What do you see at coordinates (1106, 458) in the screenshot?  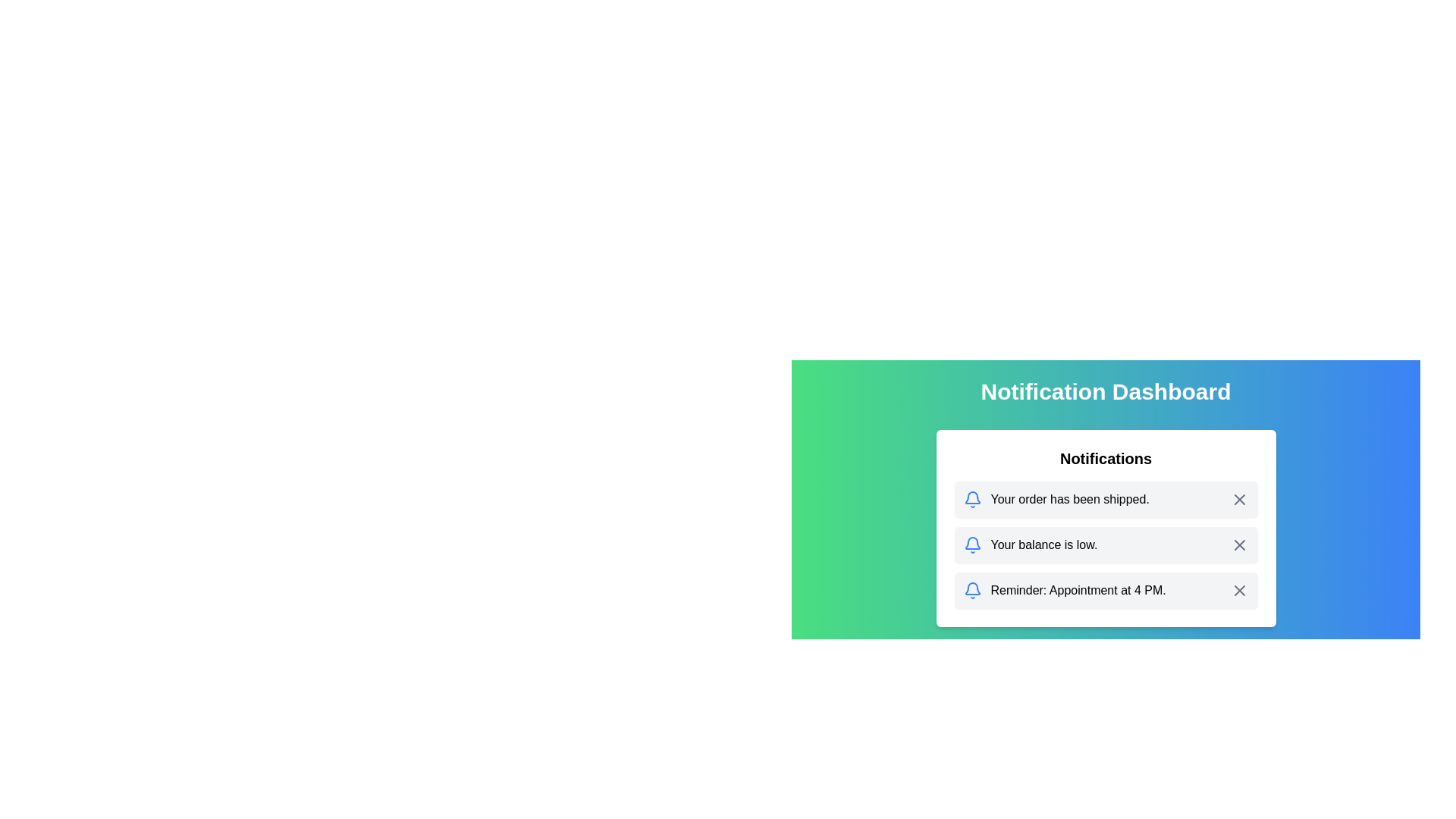 I see `the static text header that serves as the title for the notification panel, located at the topmost position within the panel` at bounding box center [1106, 458].